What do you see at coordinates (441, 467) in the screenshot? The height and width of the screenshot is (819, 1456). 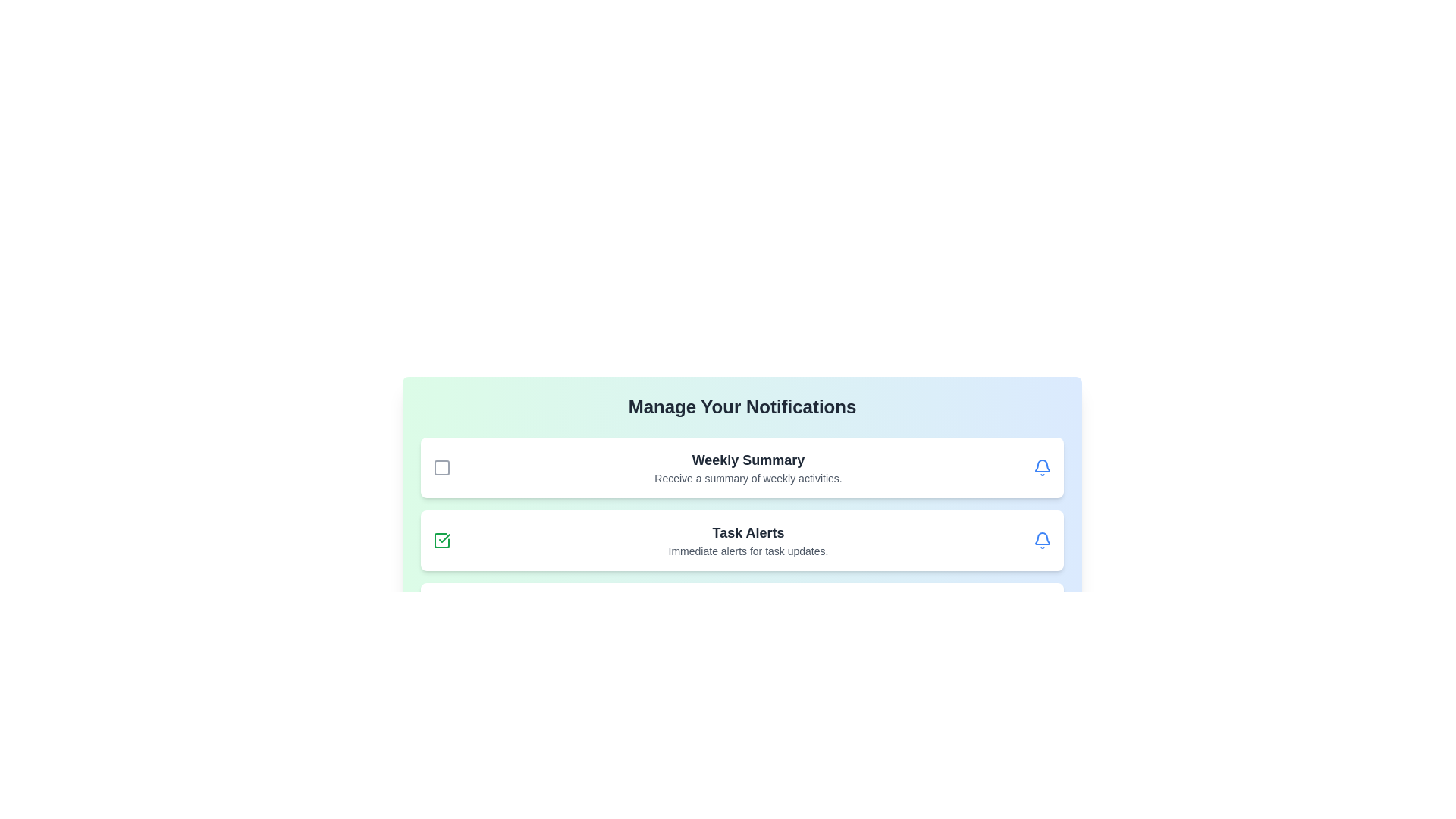 I see `the checkbox located to the top-left of the 'Weekly Summary' text in the notification card interface` at bounding box center [441, 467].